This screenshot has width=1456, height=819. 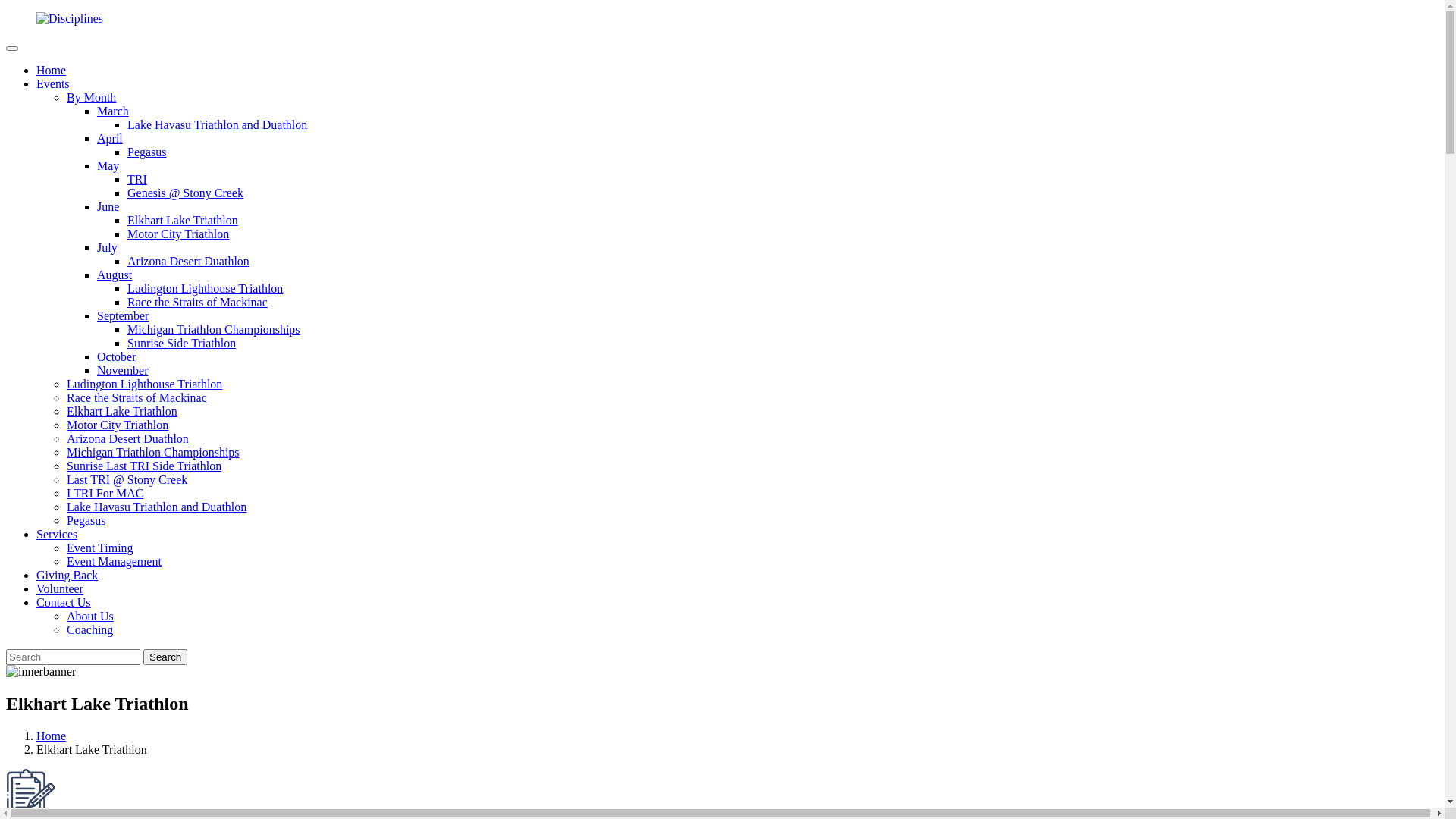 What do you see at coordinates (65, 616) in the screenshot?
I see `'About Us'` at bounding box center [65, 616].